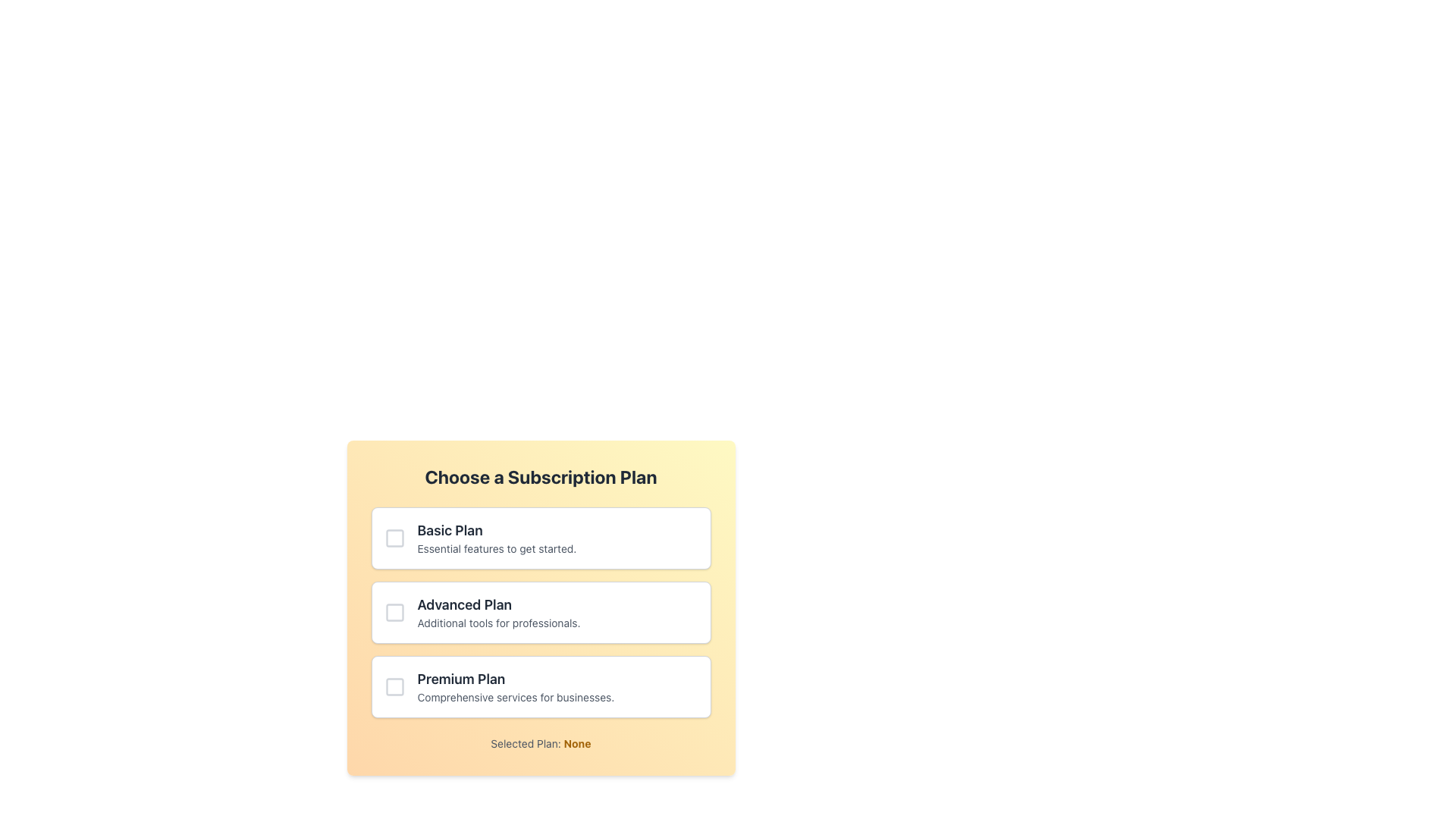 Image resolution: width=1456 pixels, height=819 pixels. What do you see at coordinates (541, 742) in the screenshot?
I see `text from the Text Display that states 'Selected Plan: None', which is located at the bottom of the subscription plan card` at bounding box center [541, 742].